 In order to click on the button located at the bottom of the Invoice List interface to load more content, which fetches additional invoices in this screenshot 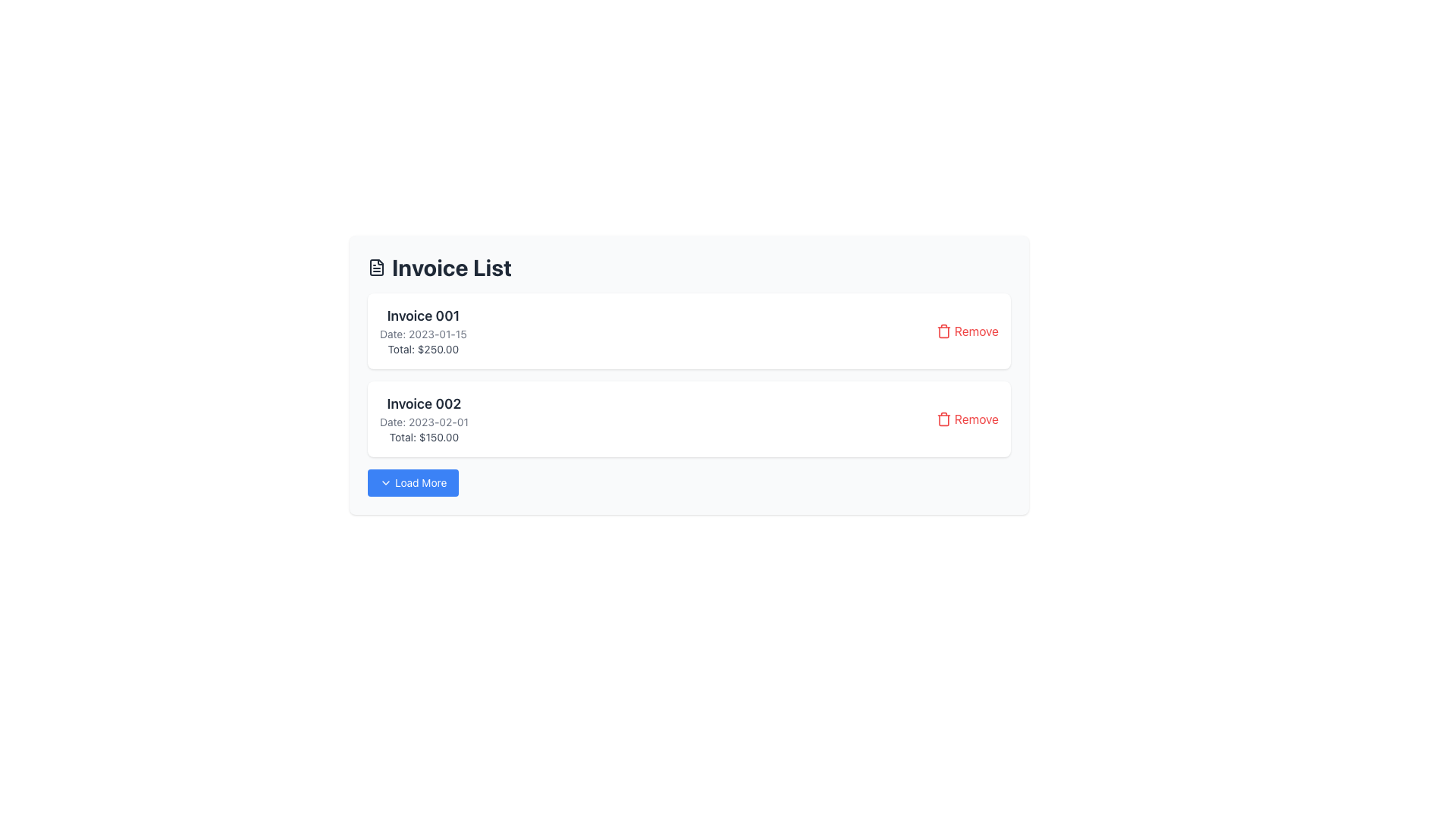, I will do `click(413, 482)`.